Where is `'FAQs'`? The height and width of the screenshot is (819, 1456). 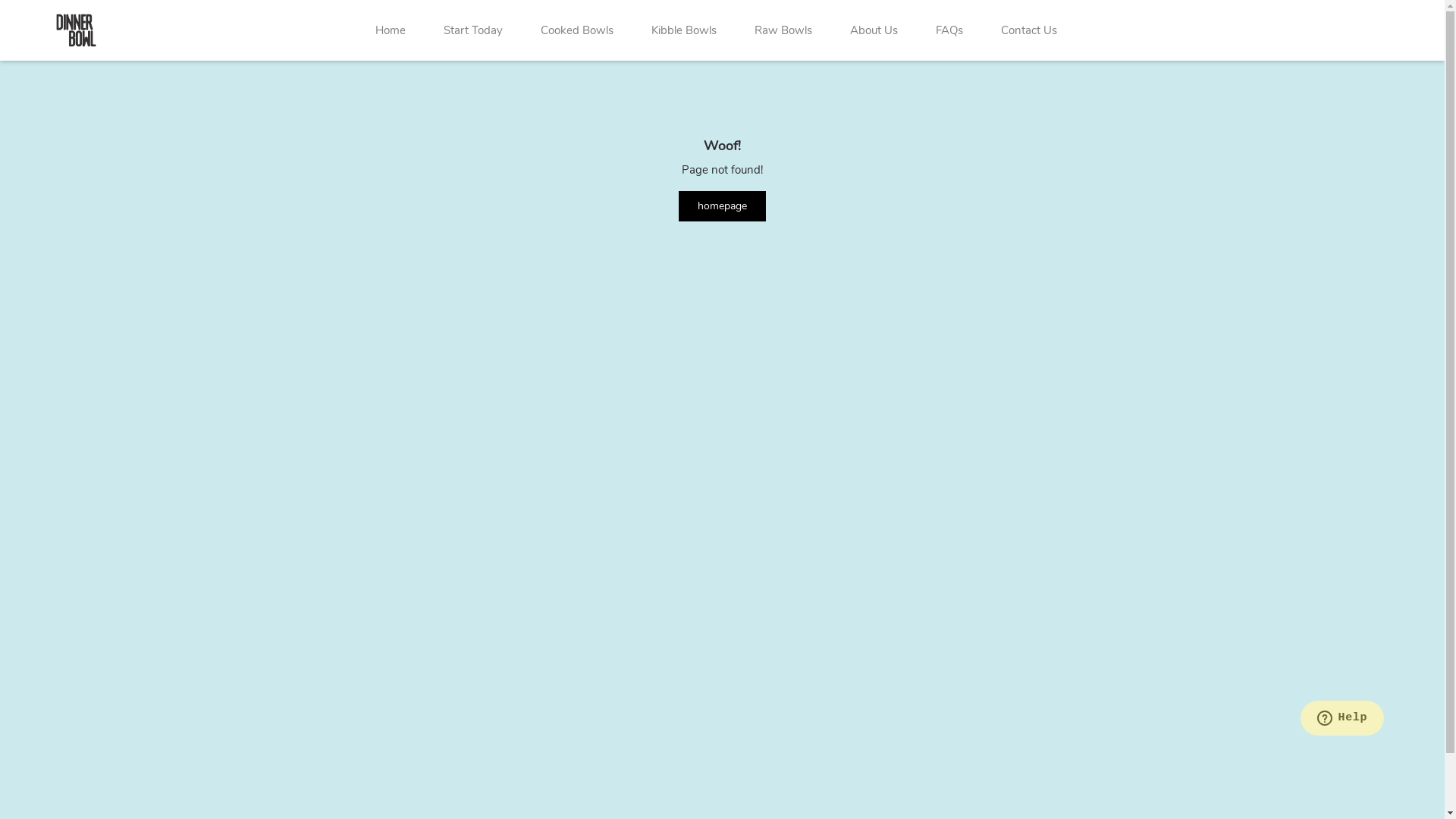 'FAQs' is located at coordinates (949, 30).